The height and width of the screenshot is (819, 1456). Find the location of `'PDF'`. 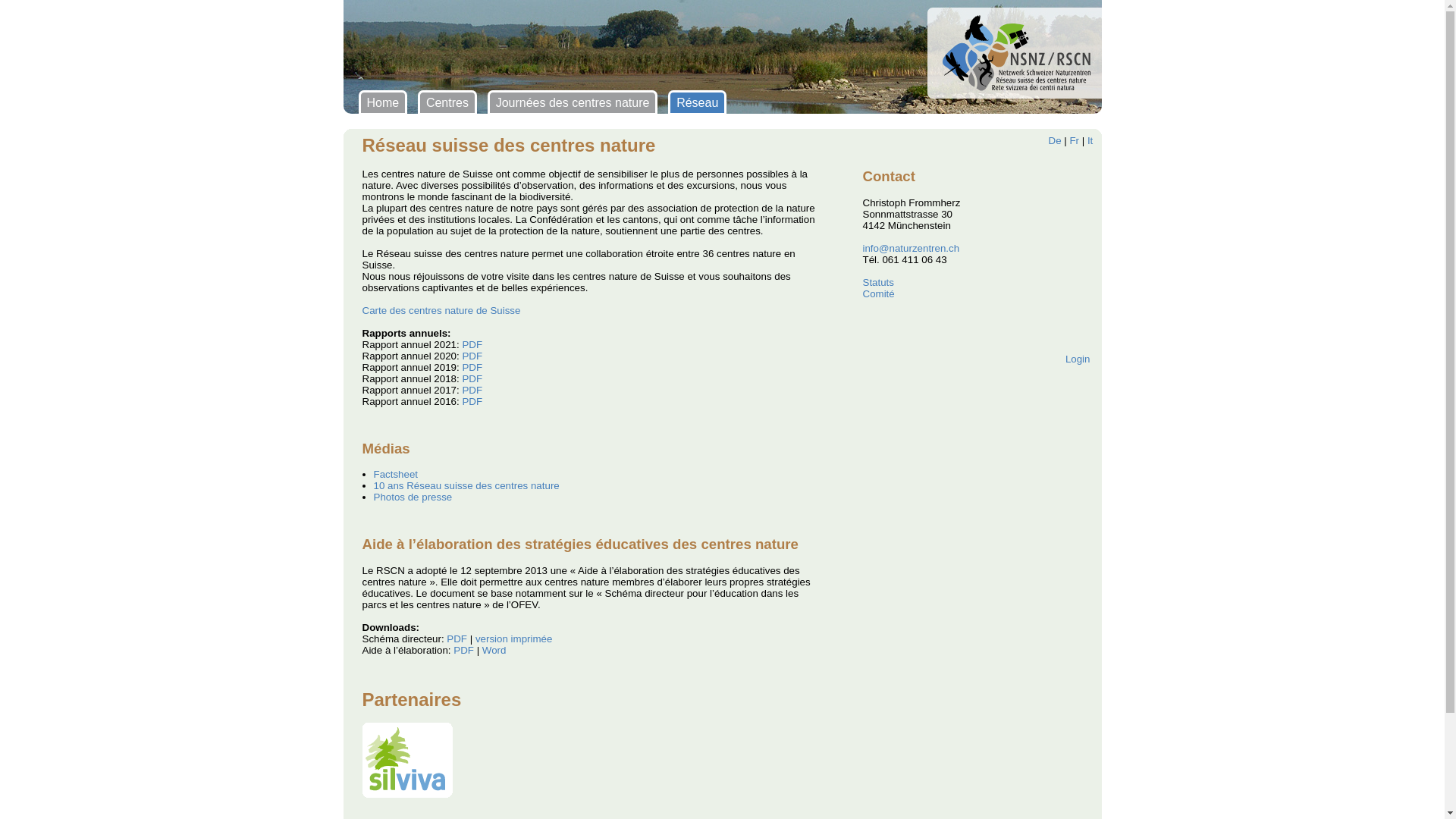

'PDF' is located at coordinates (456, 639).